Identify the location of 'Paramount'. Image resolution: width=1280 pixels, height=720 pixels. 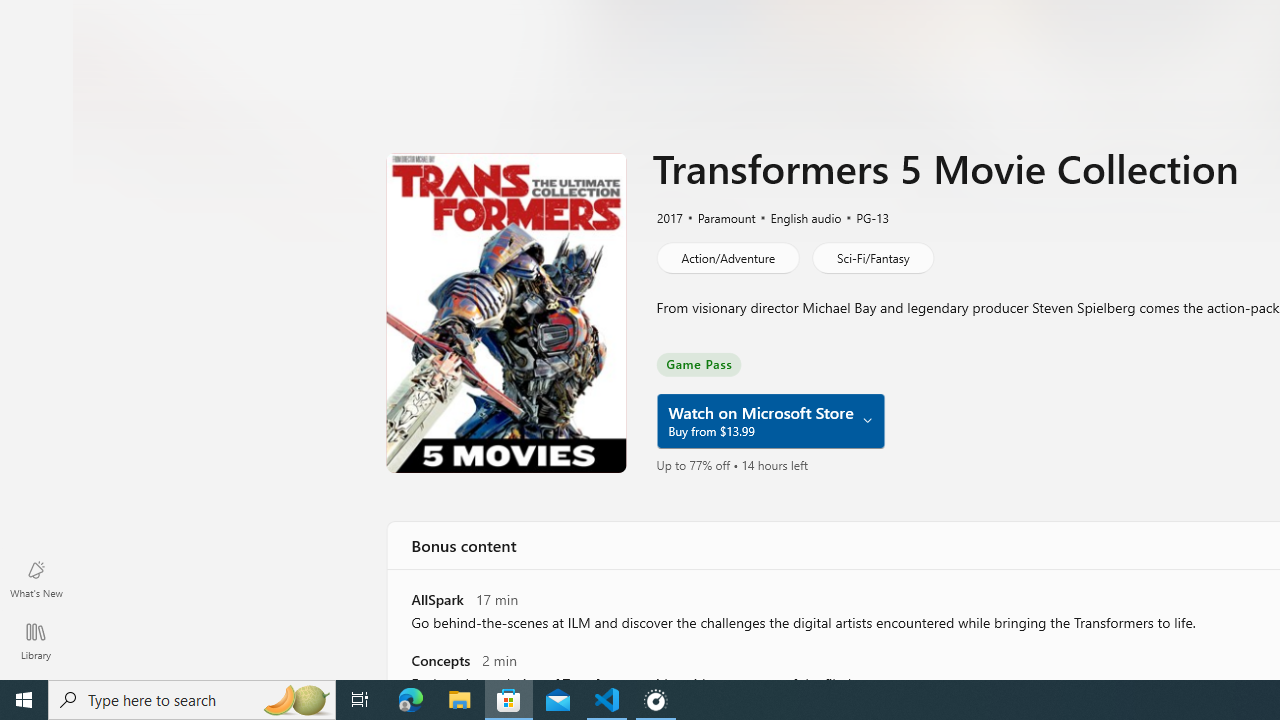
(718, 217).